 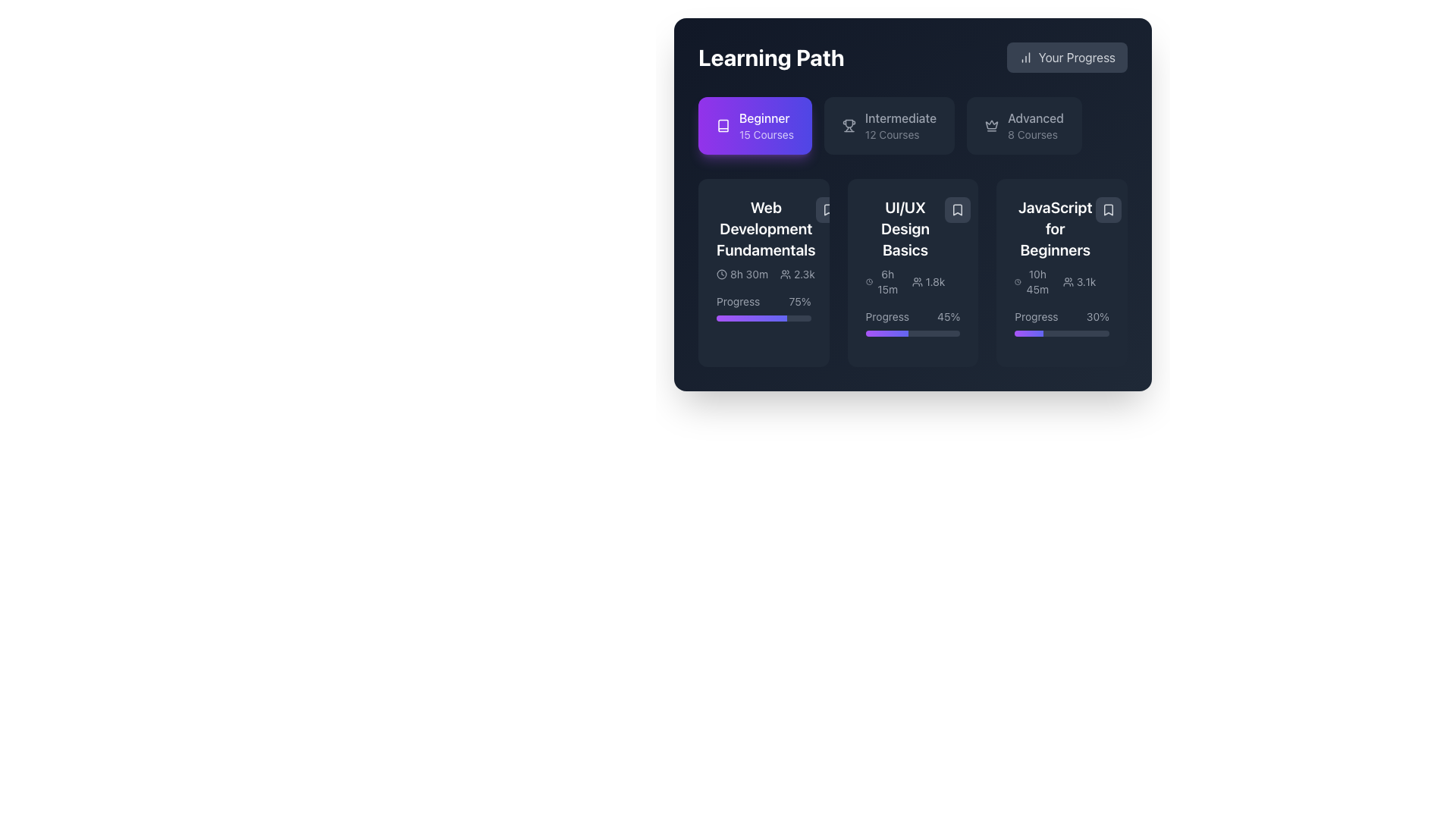 What do you see at coordinates (1035, 133) in the screenshot?
I see `the text label that provides the count of courses in the 'Advanced' category, located below the 'Advanced' title in the top-right of the grouped skill levels` at bounding box center [1035, 133].